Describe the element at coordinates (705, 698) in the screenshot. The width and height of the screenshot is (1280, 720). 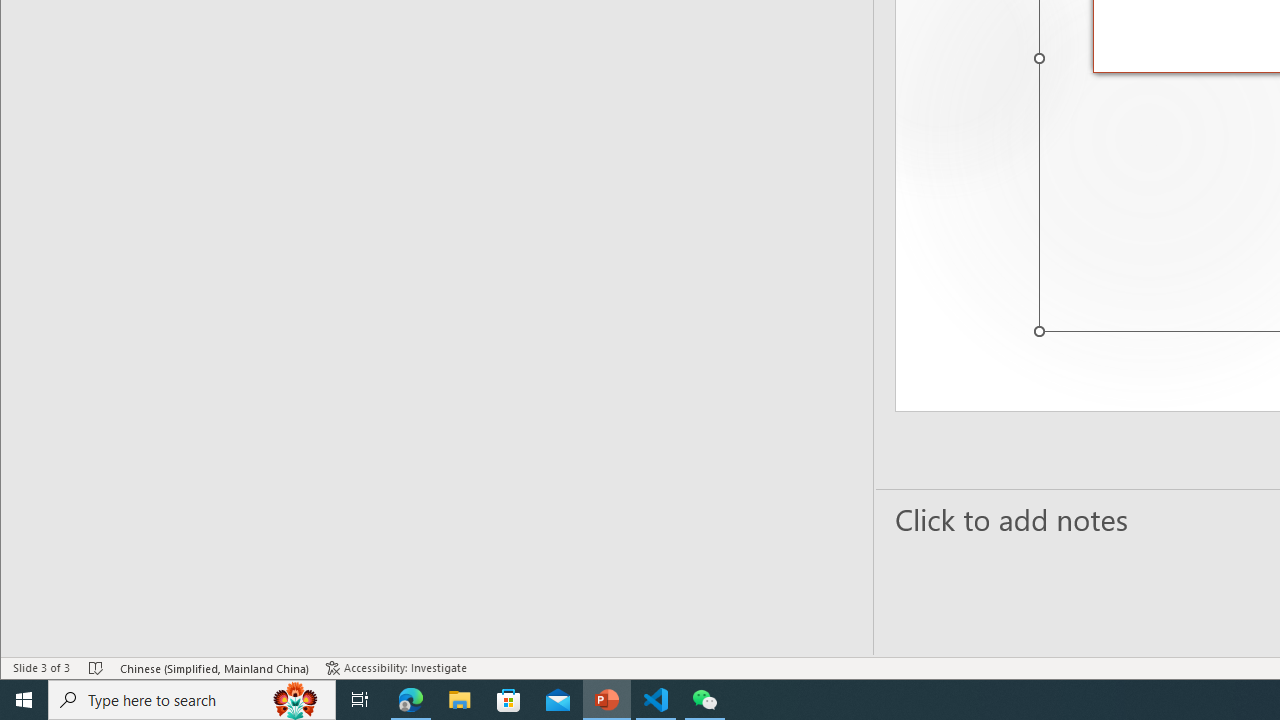
I see `'WeChat - 1 running window'` at that location.